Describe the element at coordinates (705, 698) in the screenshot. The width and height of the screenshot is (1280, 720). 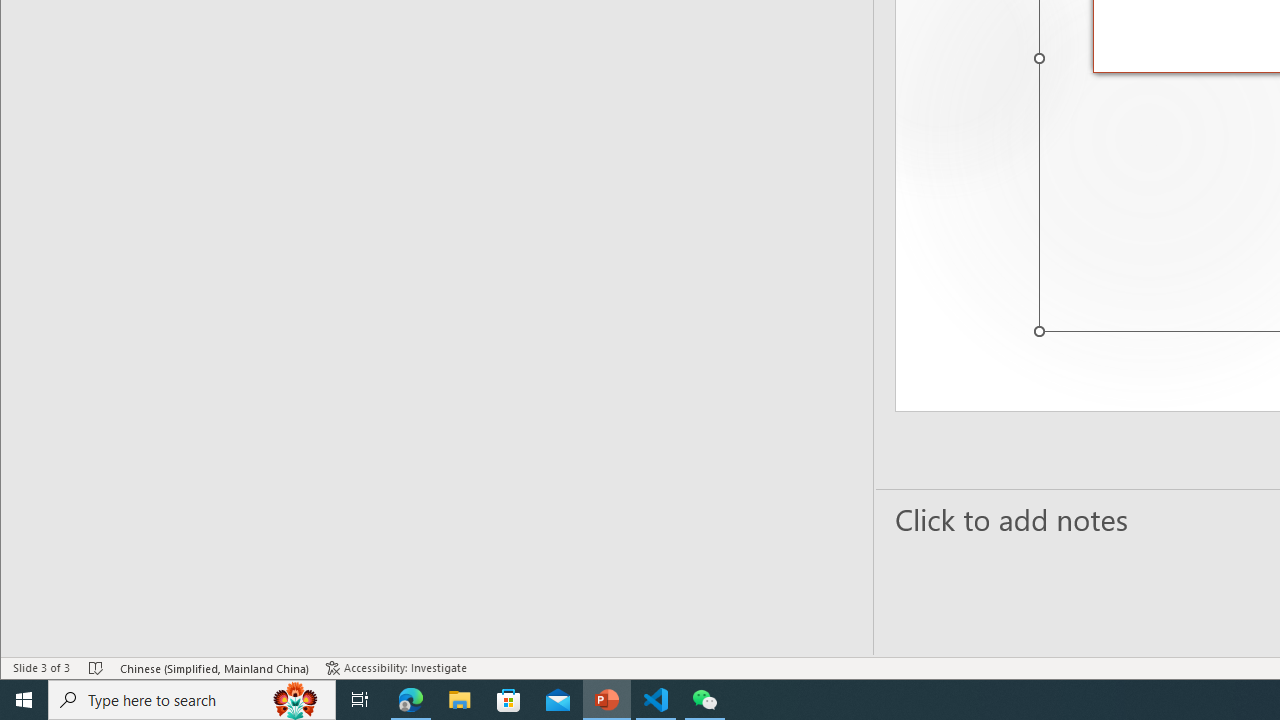
I see `'WeChat - 1 running window'` at that location.